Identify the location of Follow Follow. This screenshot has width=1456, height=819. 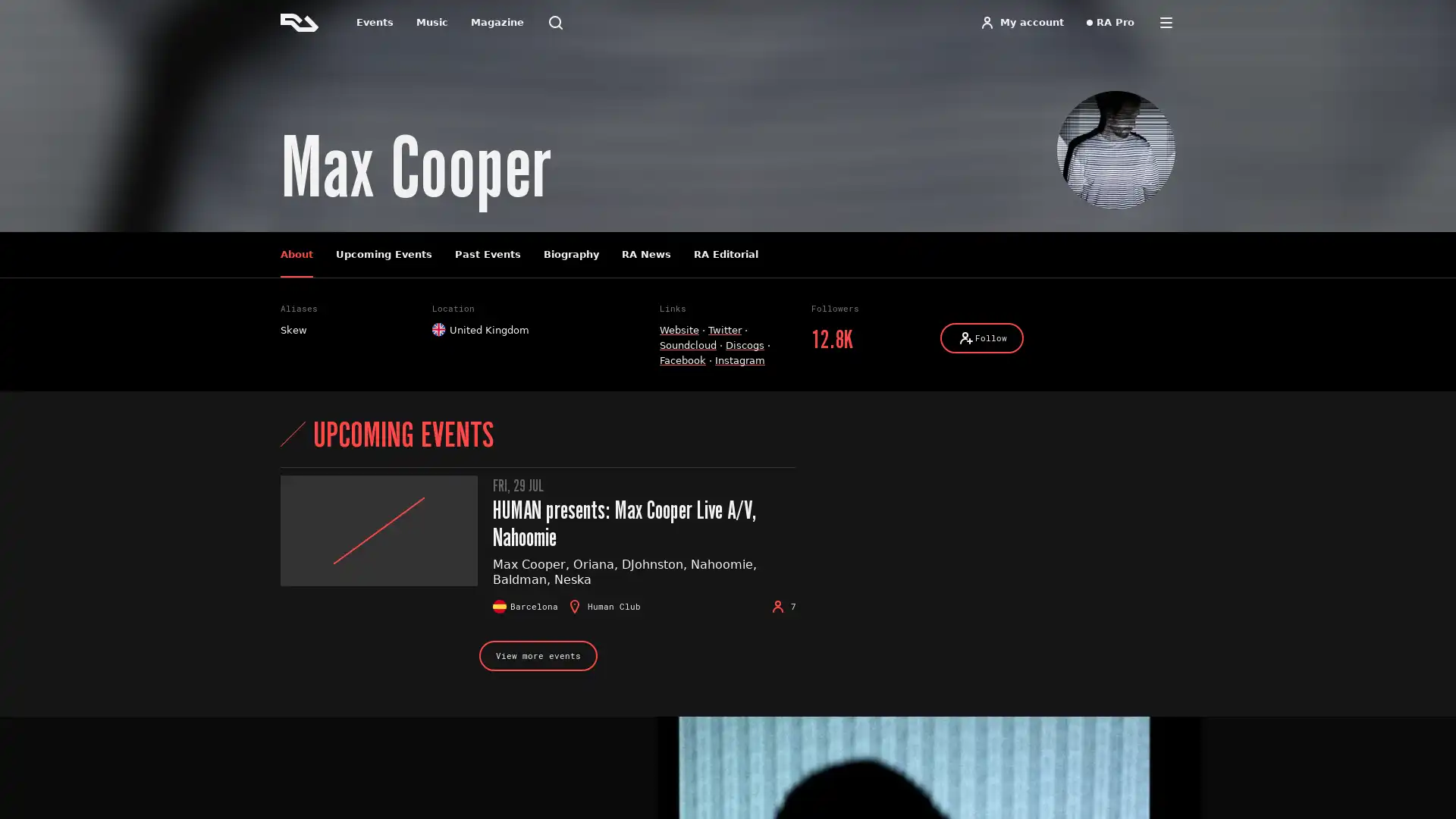
(982, 336).